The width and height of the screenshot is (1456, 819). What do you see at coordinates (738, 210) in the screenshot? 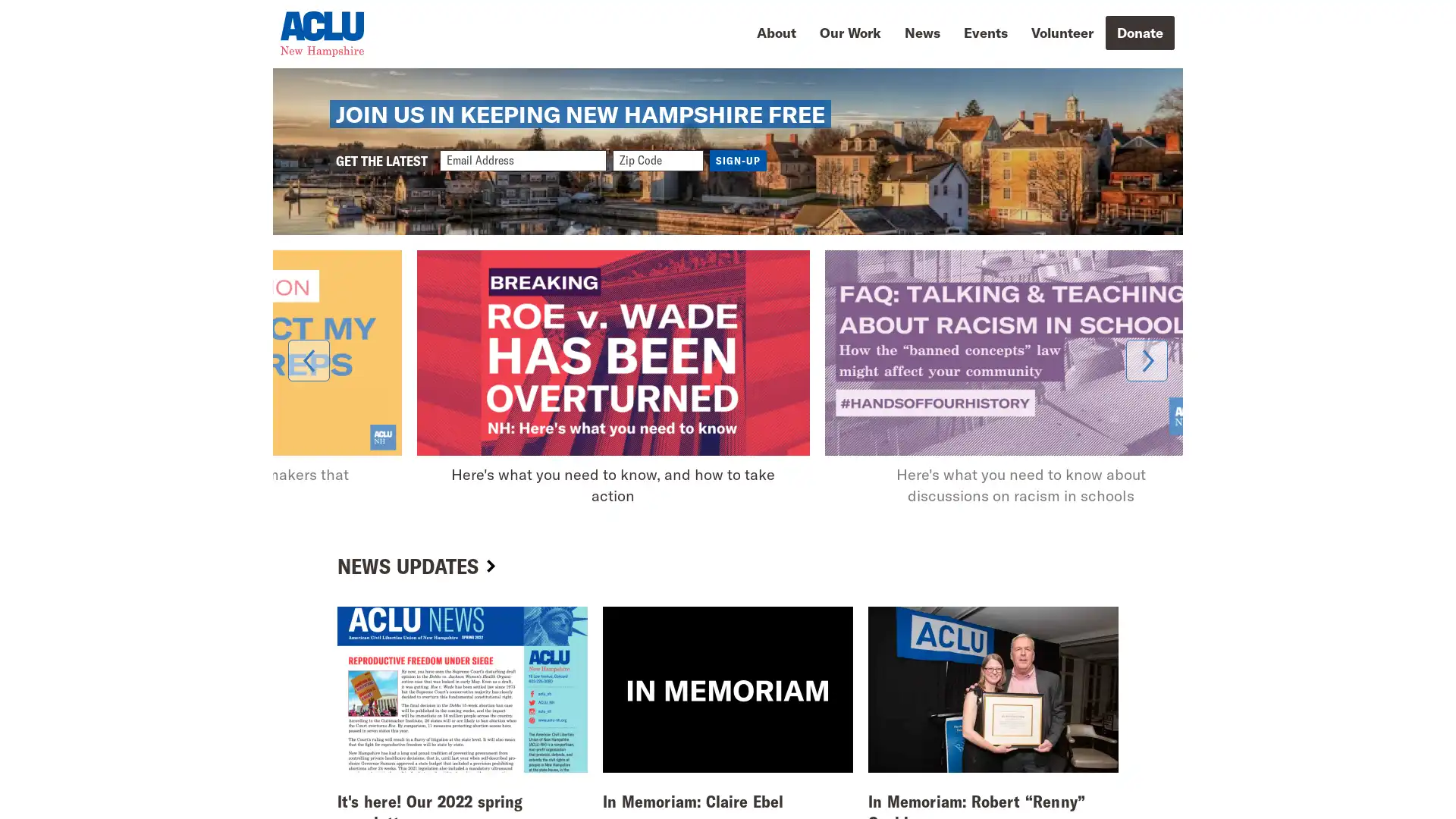
I see `Sign-Up` at bounding box center [738, 210].